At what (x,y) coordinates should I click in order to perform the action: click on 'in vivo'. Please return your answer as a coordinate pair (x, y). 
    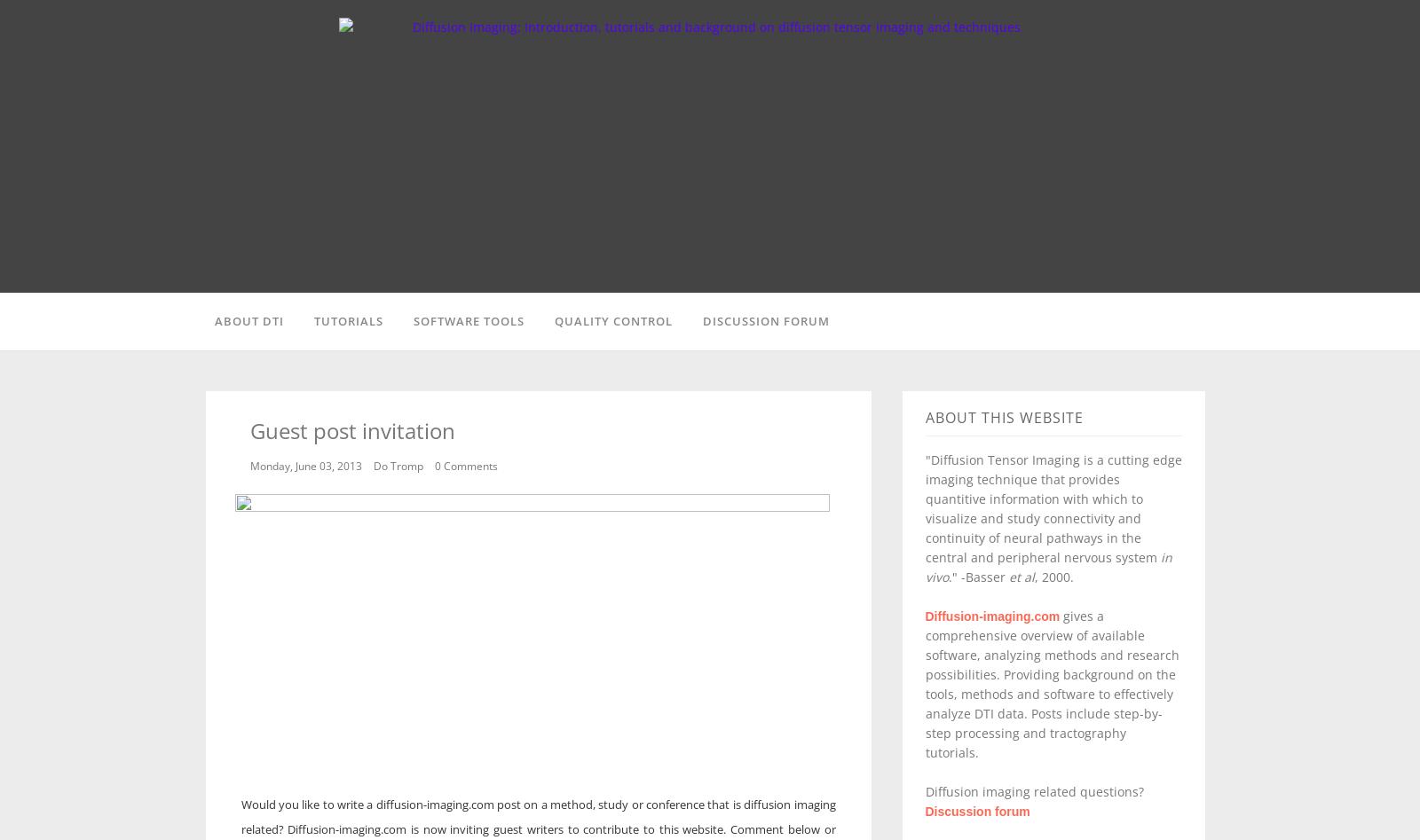
    Looking at the image, I should click on (1047, 567).